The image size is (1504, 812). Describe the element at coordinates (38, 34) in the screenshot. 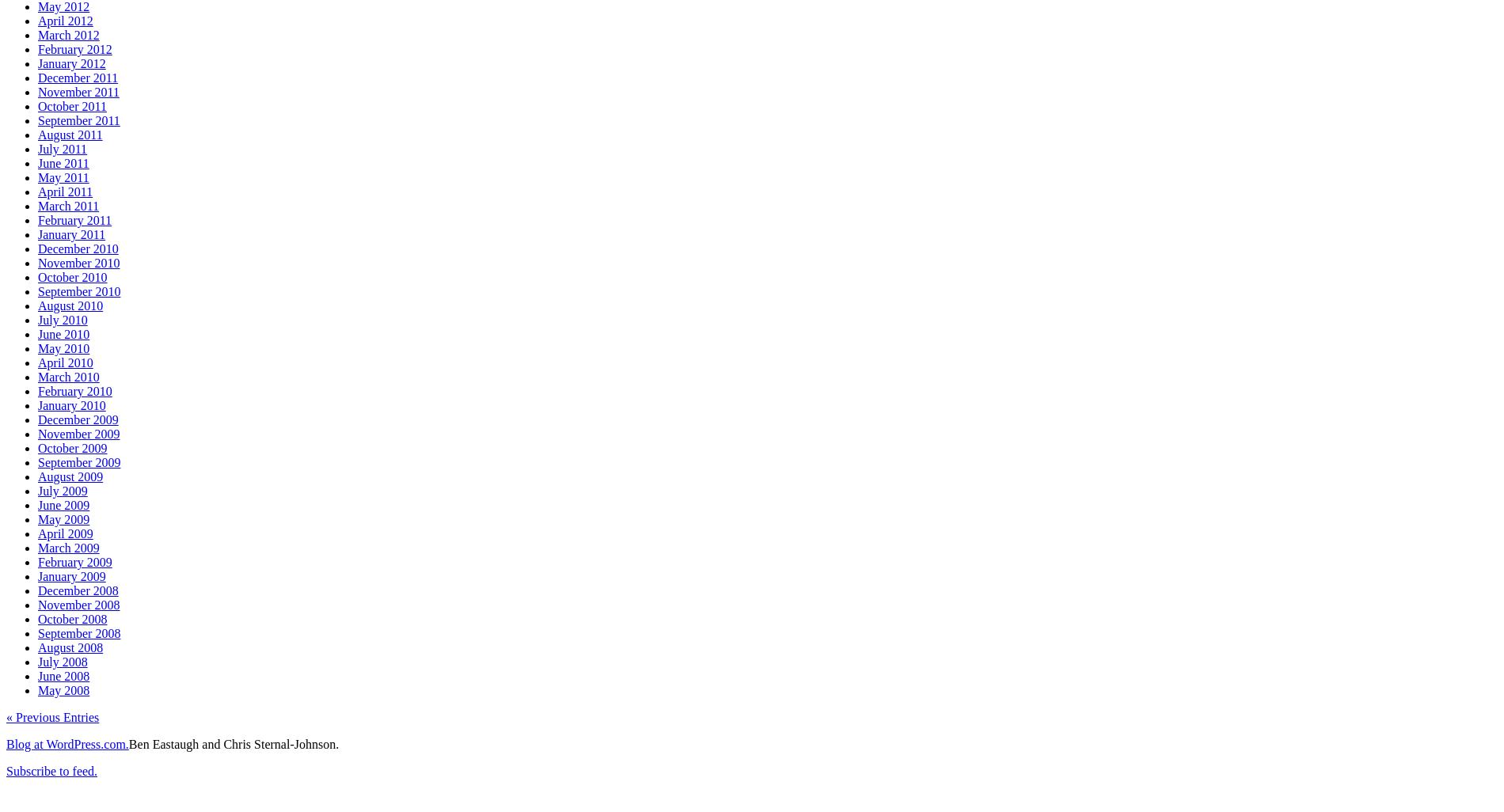

I see `'March 2012'` at that location.